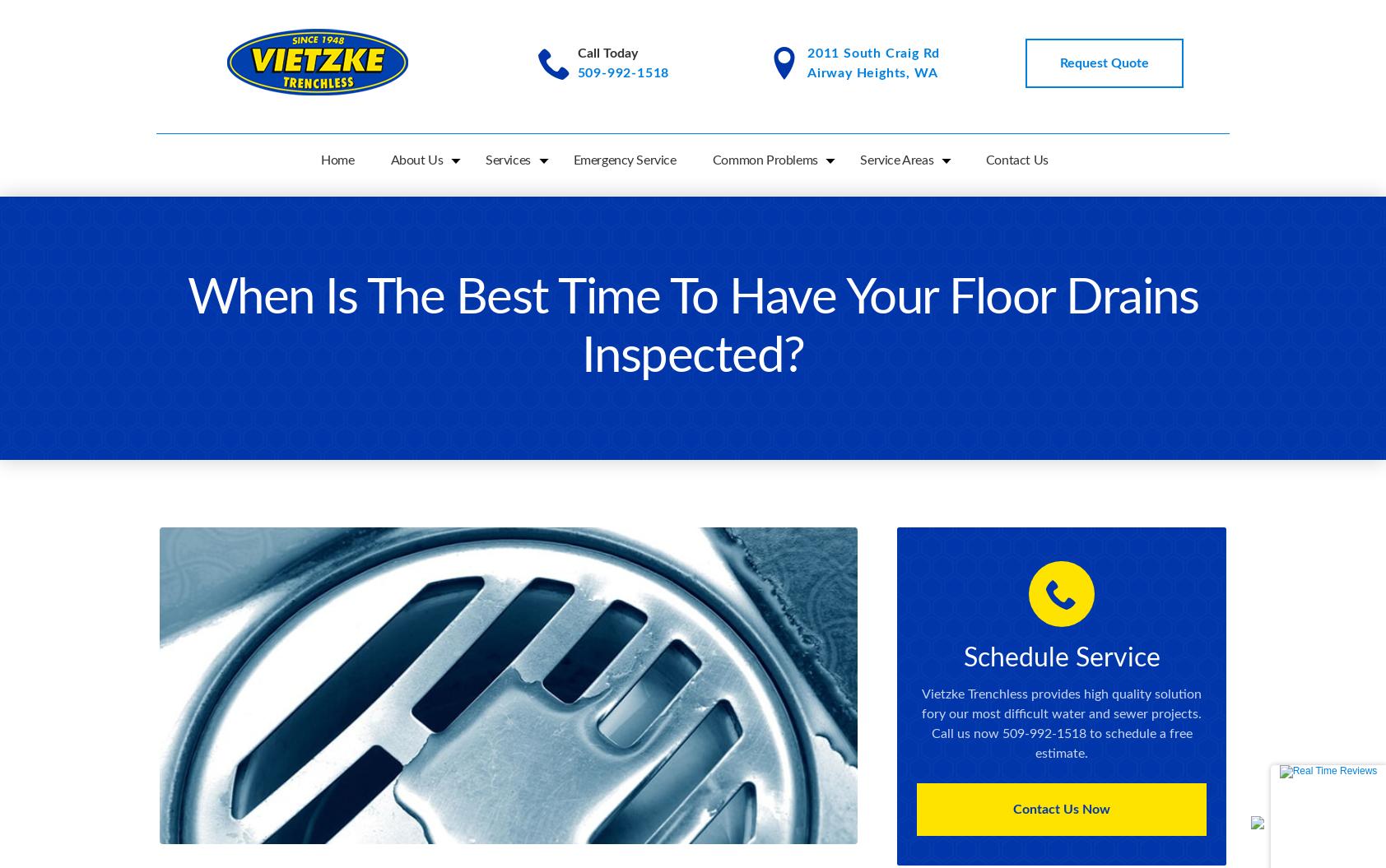 This screenshot has height=868, width=1386. Describe the element at coordinates (1298, 770) in the screenshot. I see `'Reviews'` at that location.